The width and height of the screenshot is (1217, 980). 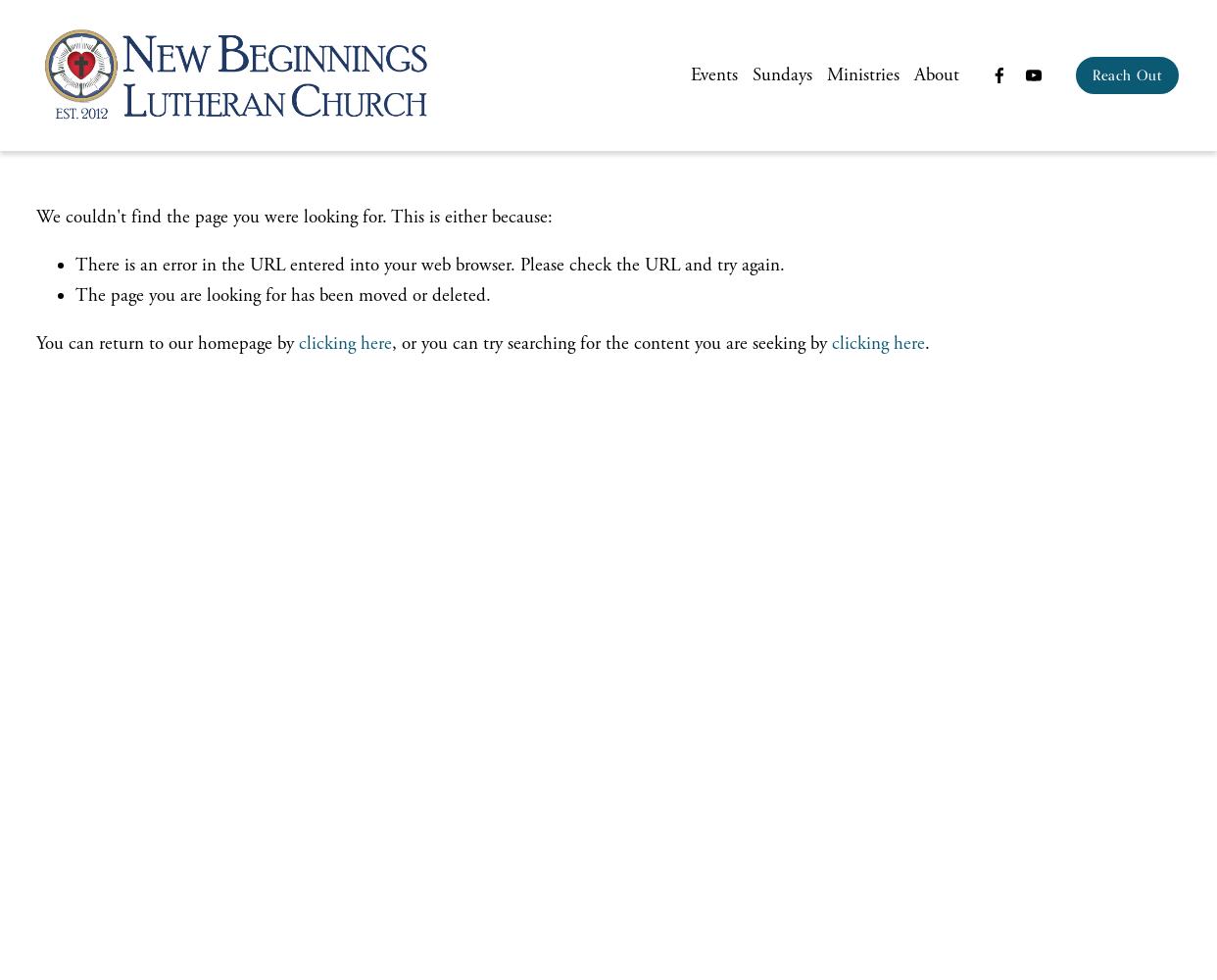 I want to click on 'Reach Out', so click(x=1092, y=73).